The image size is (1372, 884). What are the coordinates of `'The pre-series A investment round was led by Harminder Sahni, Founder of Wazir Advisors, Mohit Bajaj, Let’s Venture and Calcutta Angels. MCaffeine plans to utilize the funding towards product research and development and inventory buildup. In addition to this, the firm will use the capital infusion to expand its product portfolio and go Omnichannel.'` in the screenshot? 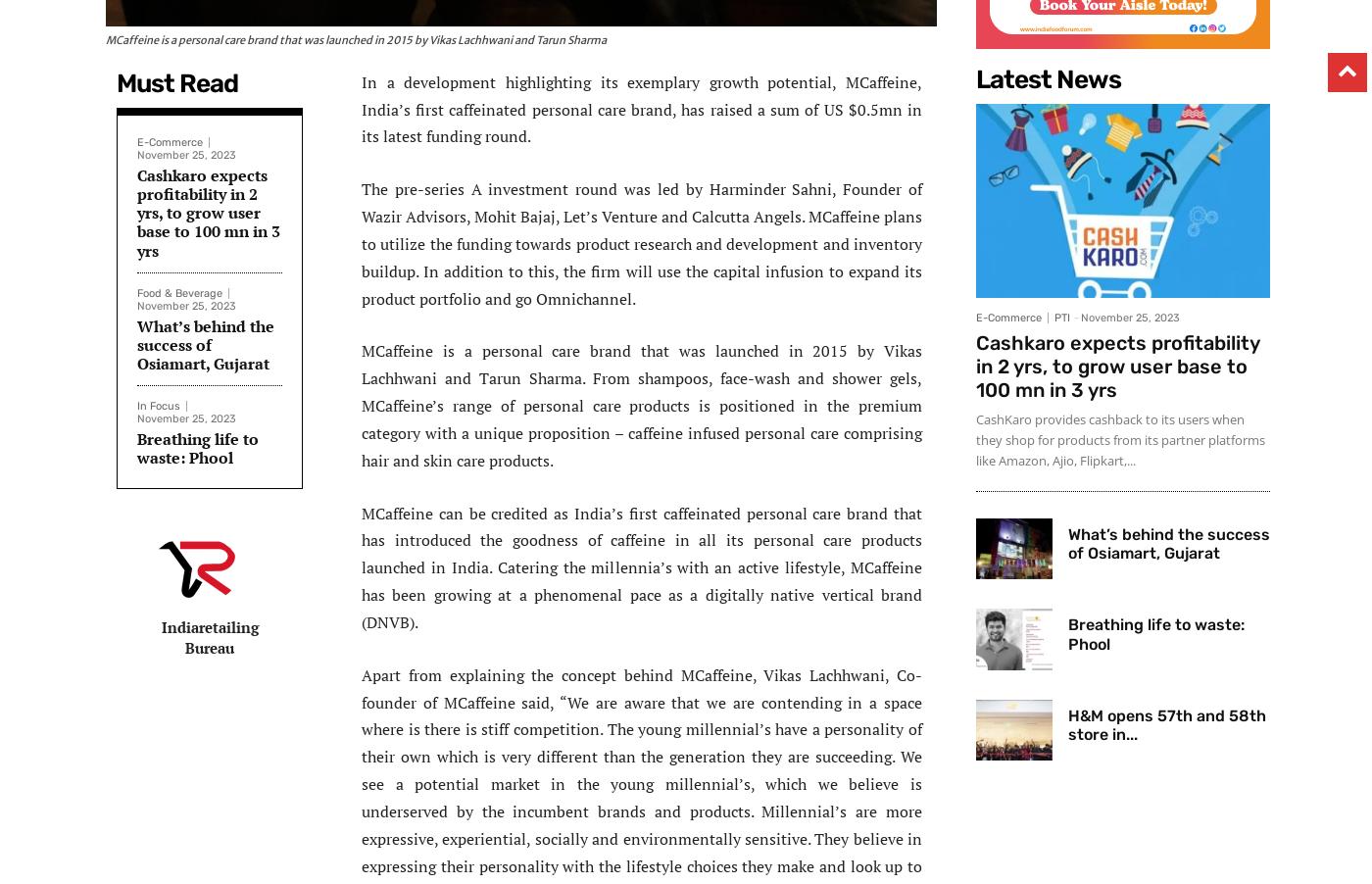 It's located at (642, 243).